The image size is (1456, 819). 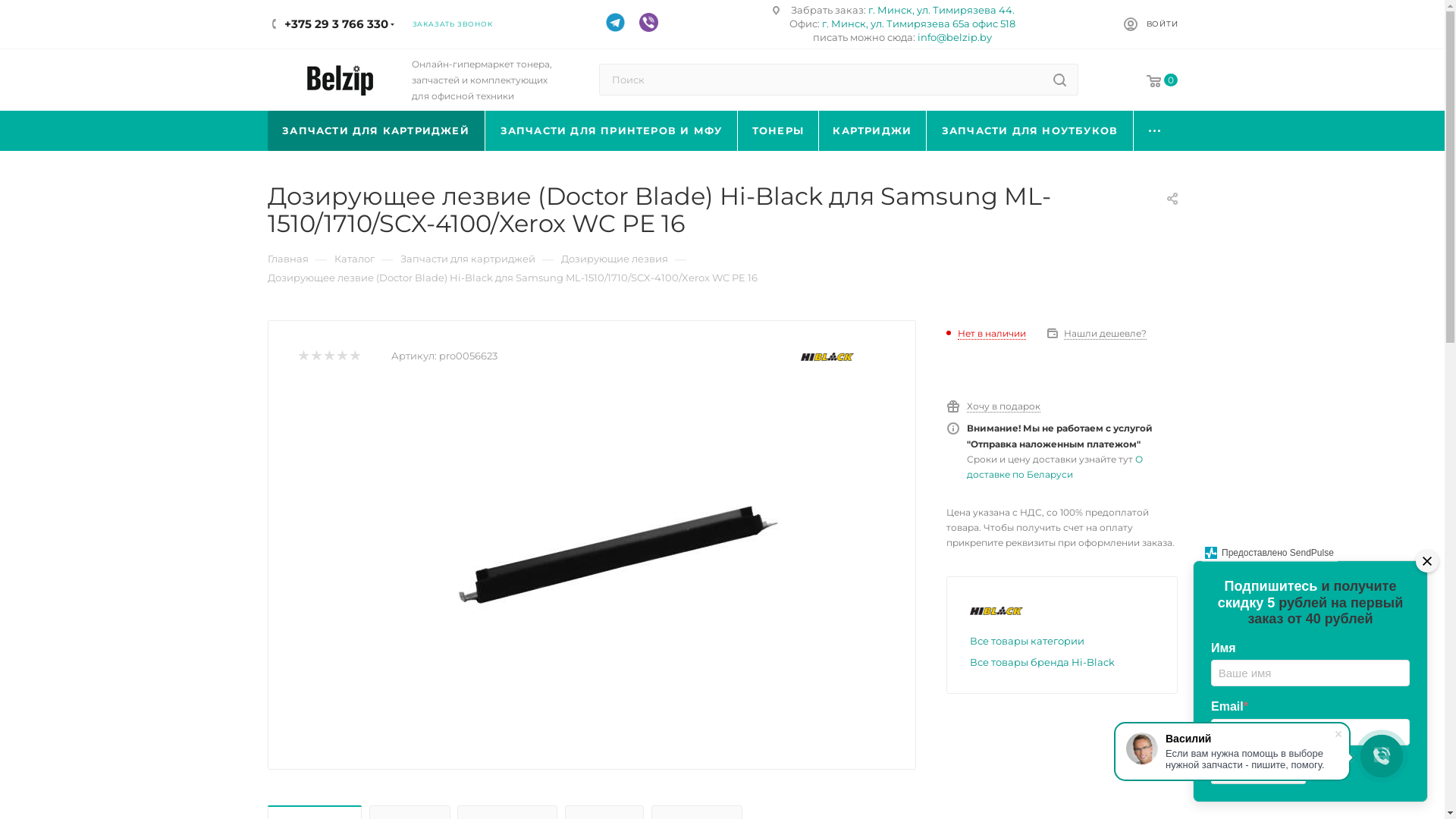 What do you see at coordinates (1150, 82) in the screenshot?
I see `'0'` at bounding box center [1150, 82].